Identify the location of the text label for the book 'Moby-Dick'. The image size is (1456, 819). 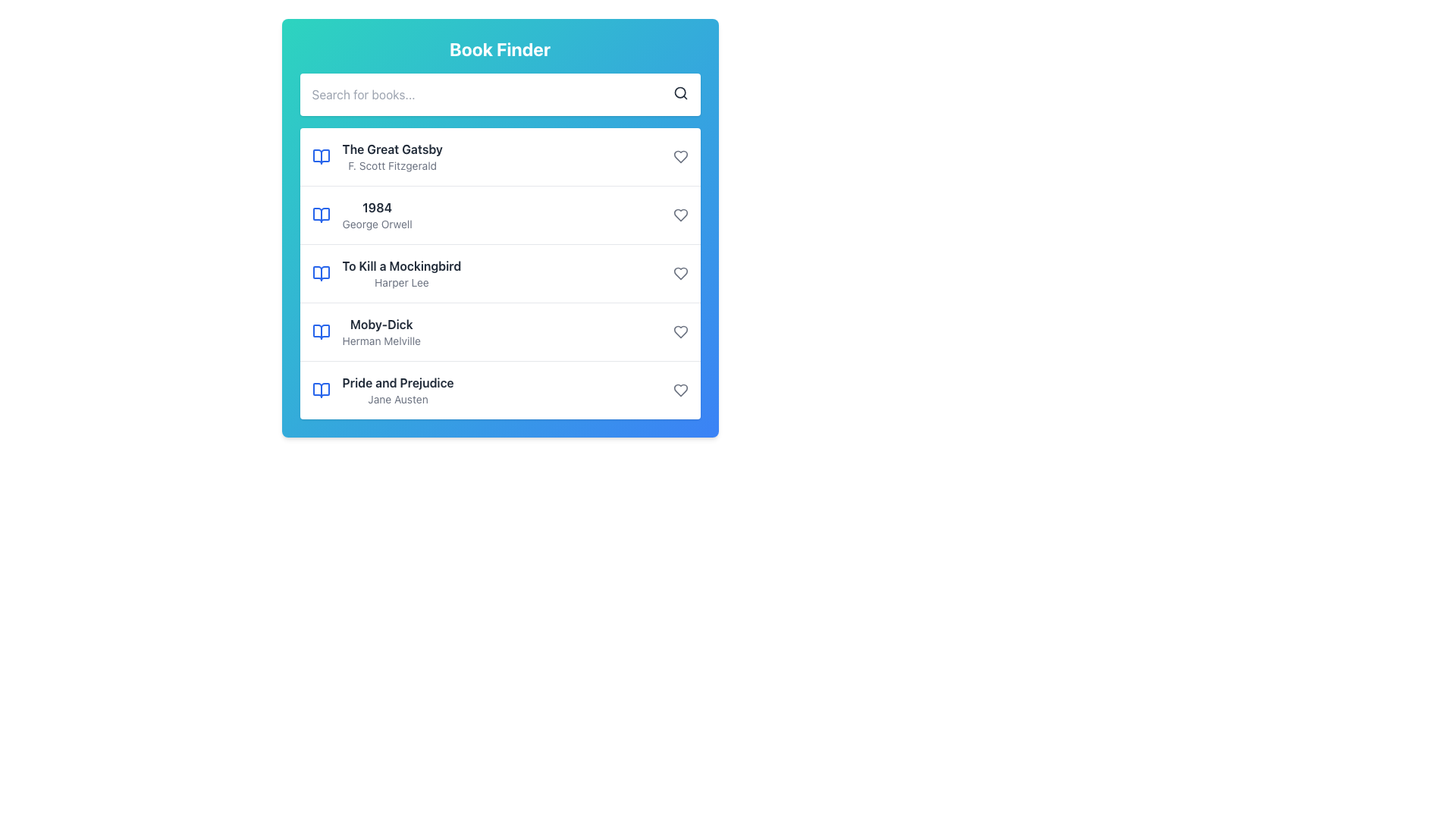
(381, 324).